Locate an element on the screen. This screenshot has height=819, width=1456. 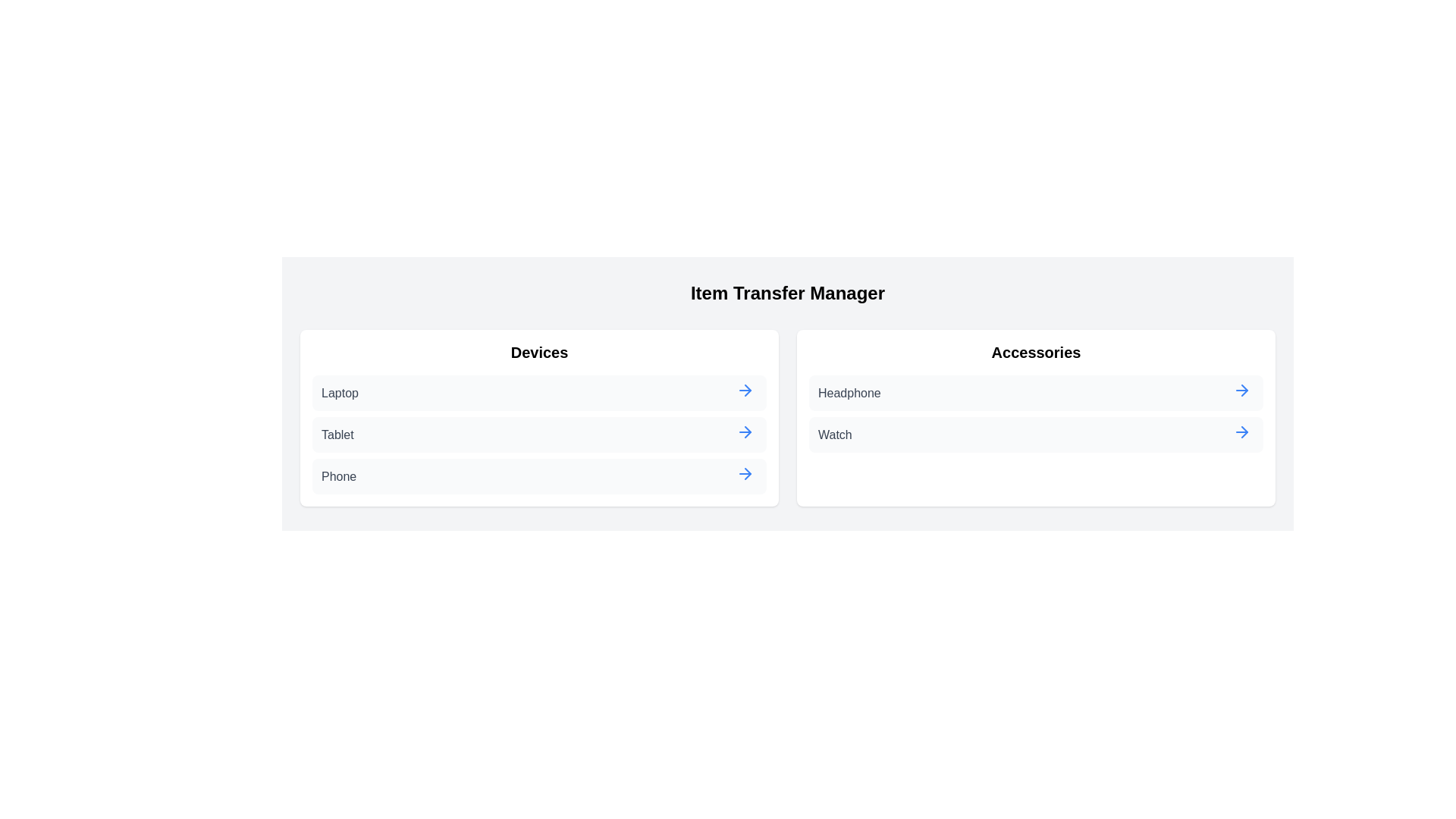
the category title 'Devices' for inspection is located at coordinates (539, 353).